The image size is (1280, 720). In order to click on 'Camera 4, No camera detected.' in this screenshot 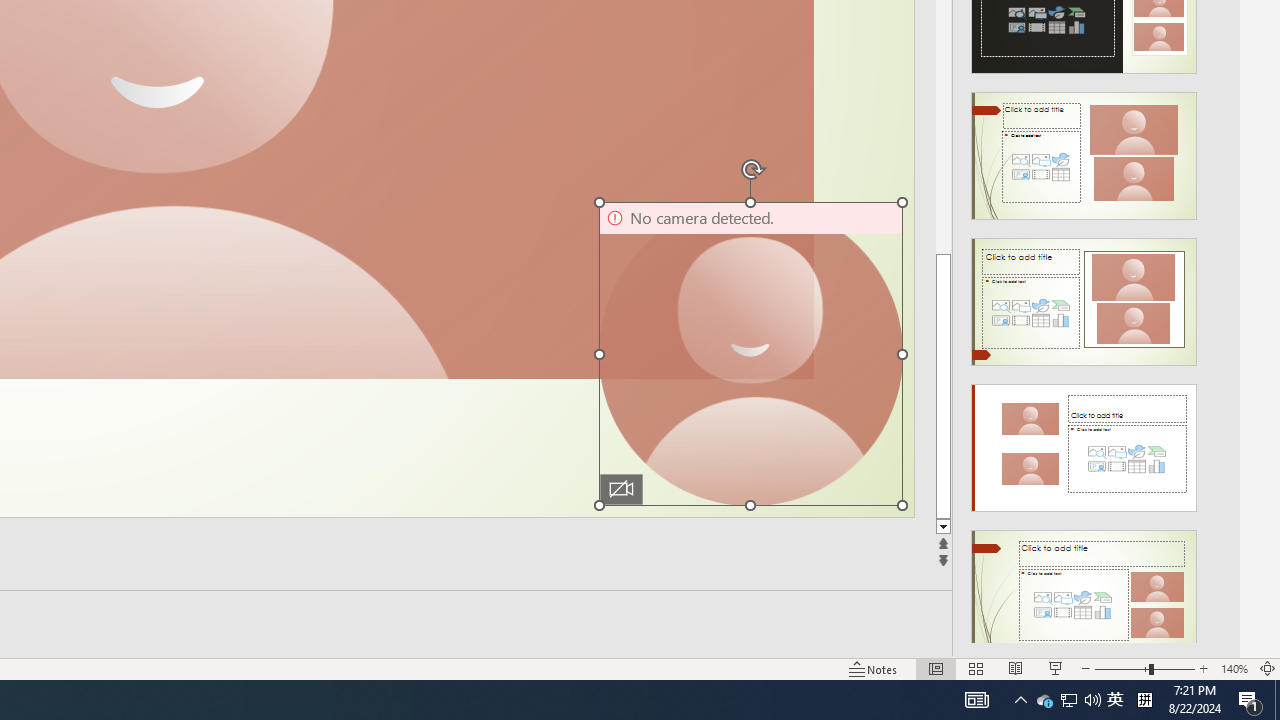, I will do `click(749, 352)`.